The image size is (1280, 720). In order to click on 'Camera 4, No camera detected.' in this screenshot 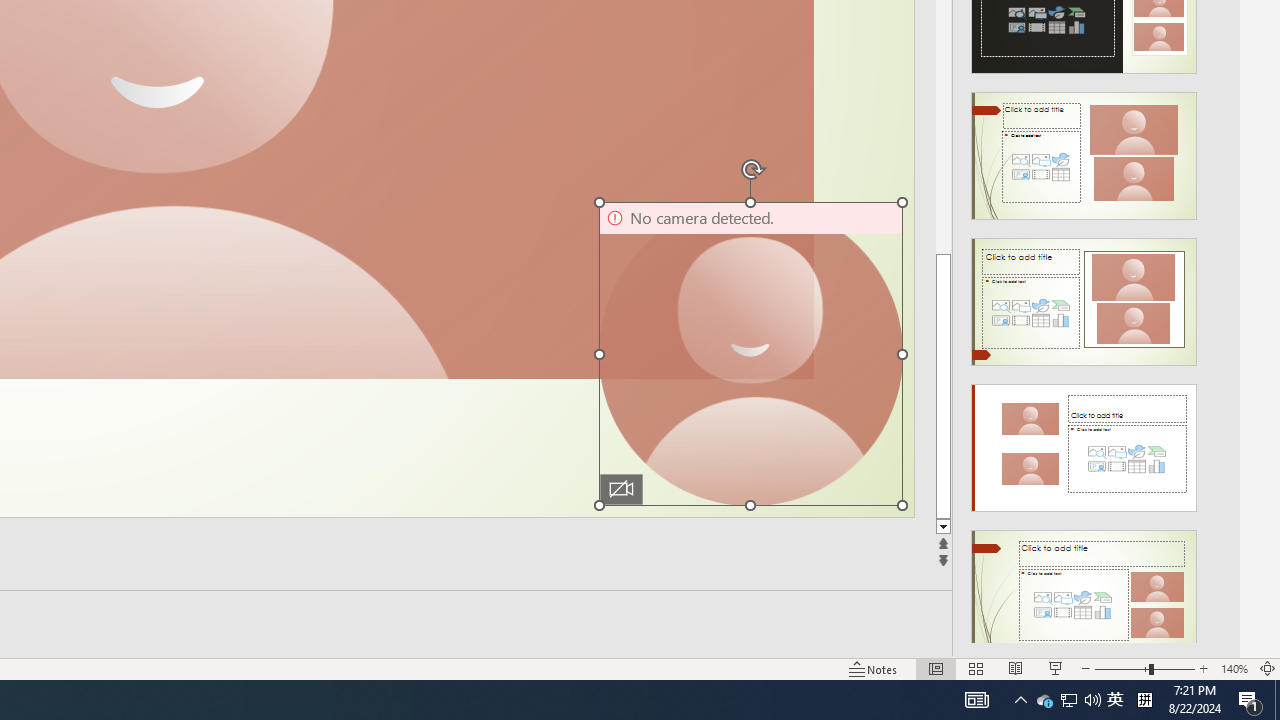, I will do `click(749, 352)`.